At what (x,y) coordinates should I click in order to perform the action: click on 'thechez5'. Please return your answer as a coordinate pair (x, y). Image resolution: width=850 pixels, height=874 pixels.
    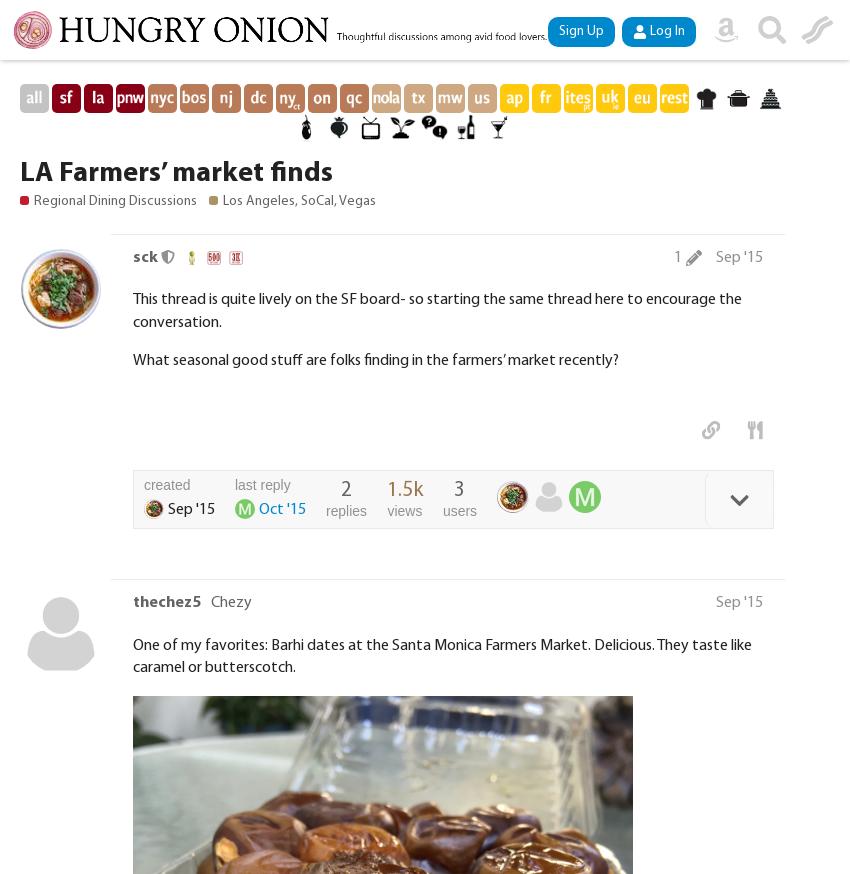
    Looking at the image, I should click on (167, 601).